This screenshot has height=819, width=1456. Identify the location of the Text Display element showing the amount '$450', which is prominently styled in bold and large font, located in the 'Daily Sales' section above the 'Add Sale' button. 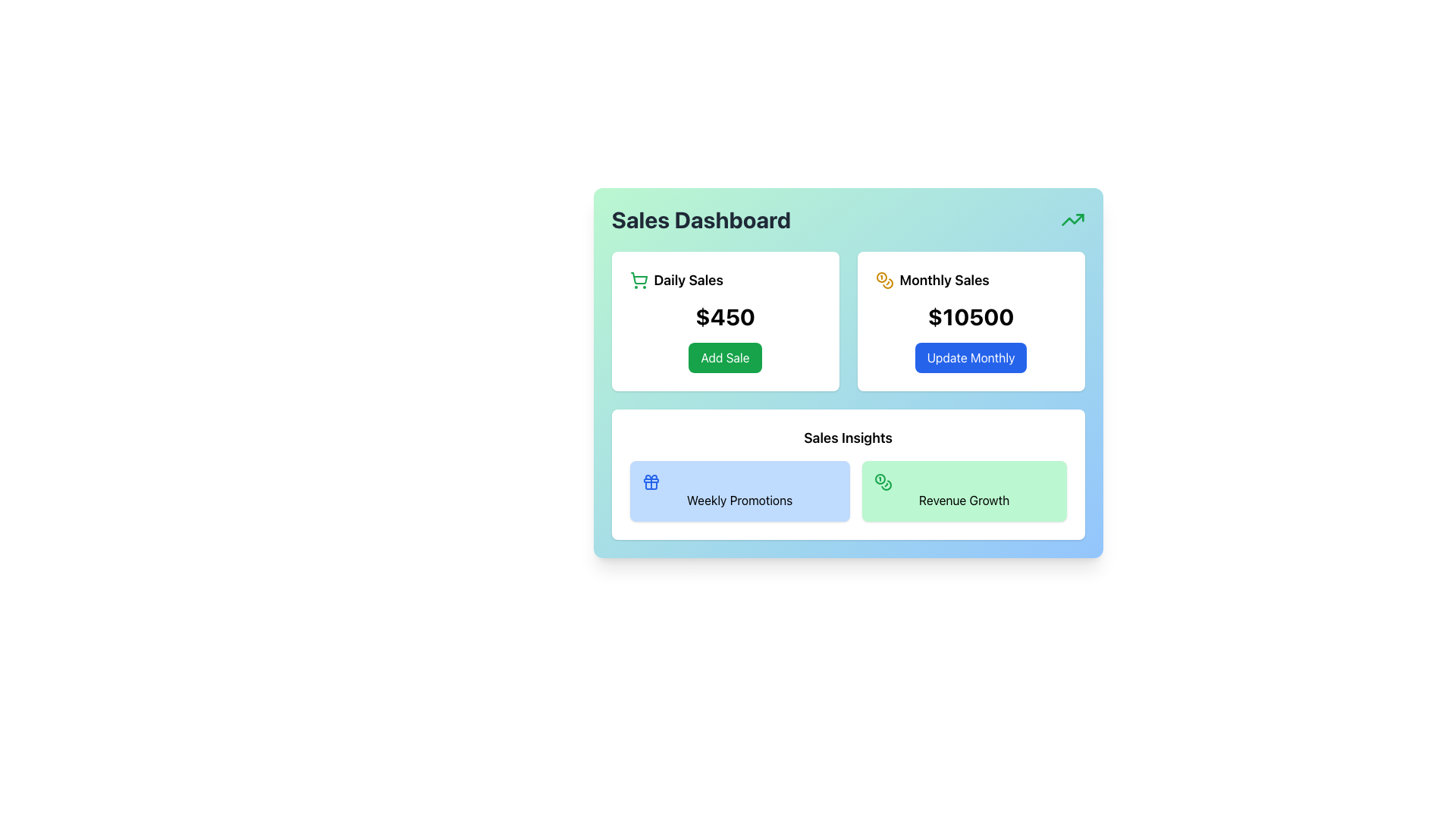
(724, 315).